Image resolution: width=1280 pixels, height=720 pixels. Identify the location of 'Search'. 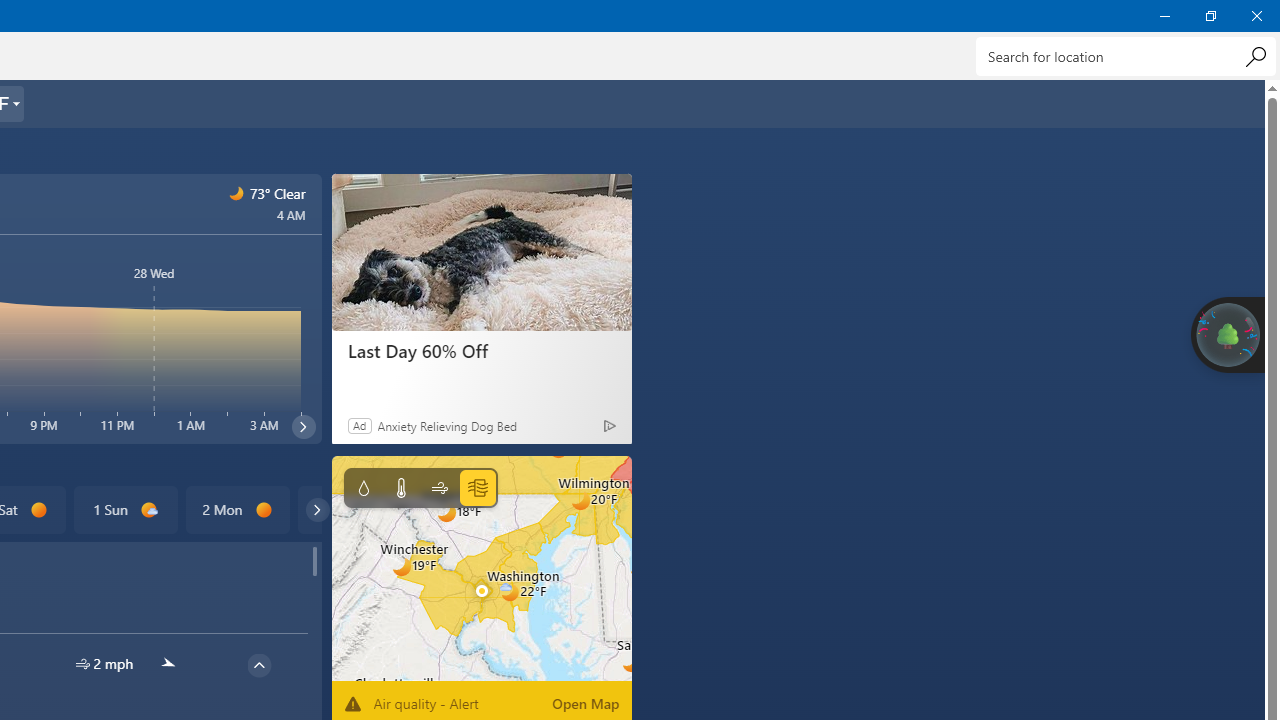
(1254, 55).